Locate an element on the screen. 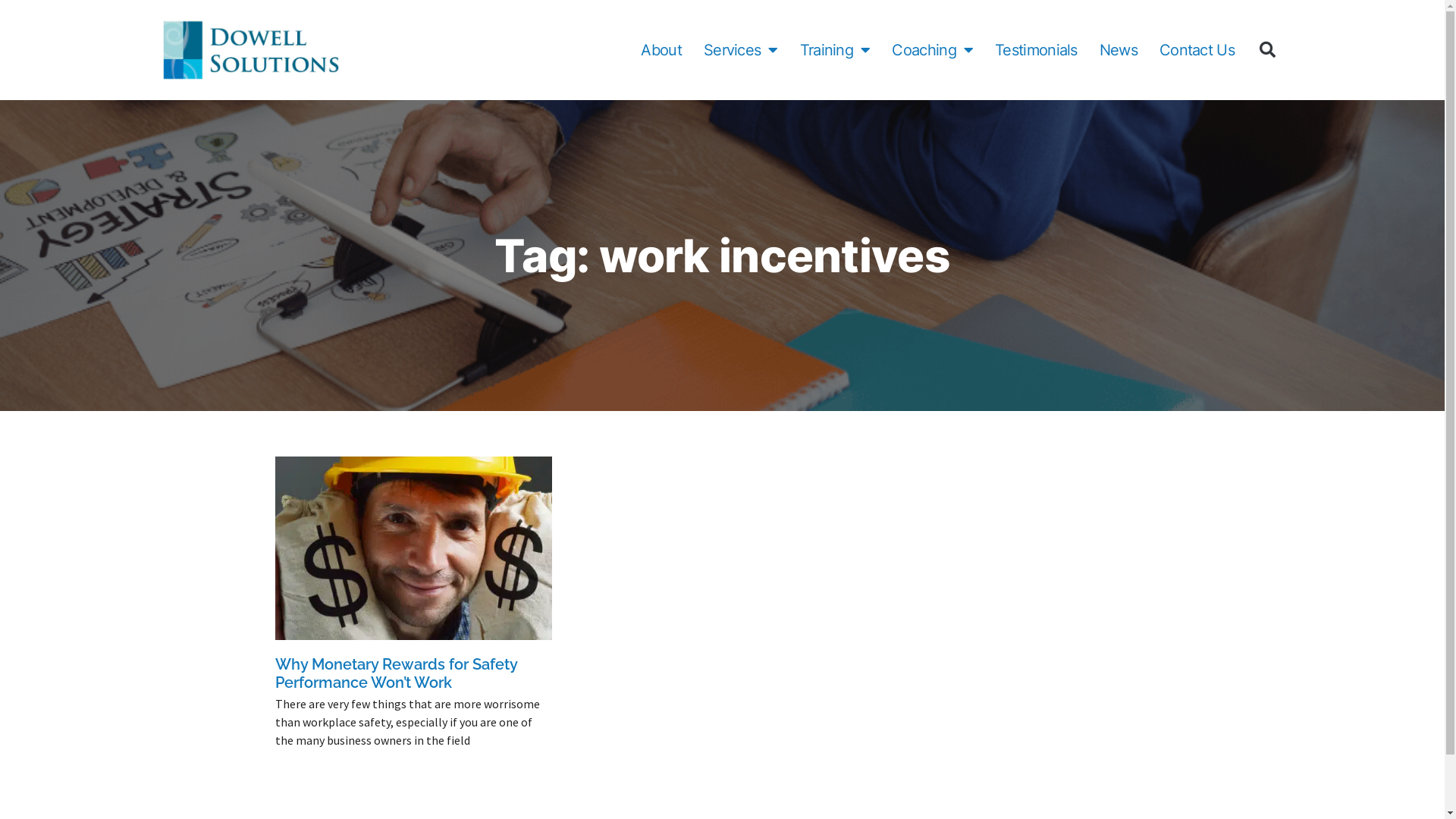 Image resolution: width=1456 pixels, height=819 pixels. 'Contact Us' is located at coordinates (1159, 49).